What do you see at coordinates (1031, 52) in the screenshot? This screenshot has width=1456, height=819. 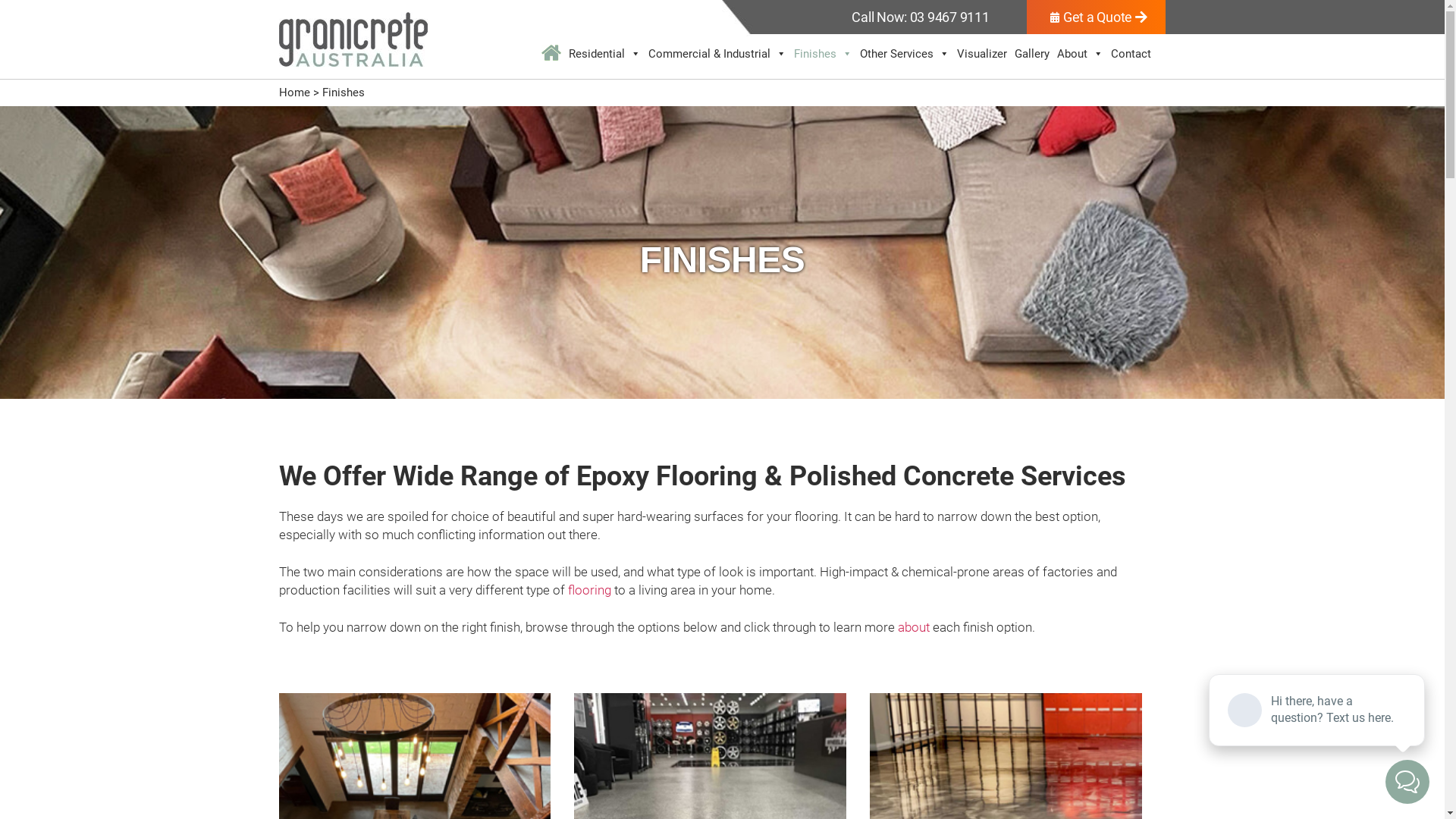 I see `'Gallery'` at bounding box center [1031, 52].